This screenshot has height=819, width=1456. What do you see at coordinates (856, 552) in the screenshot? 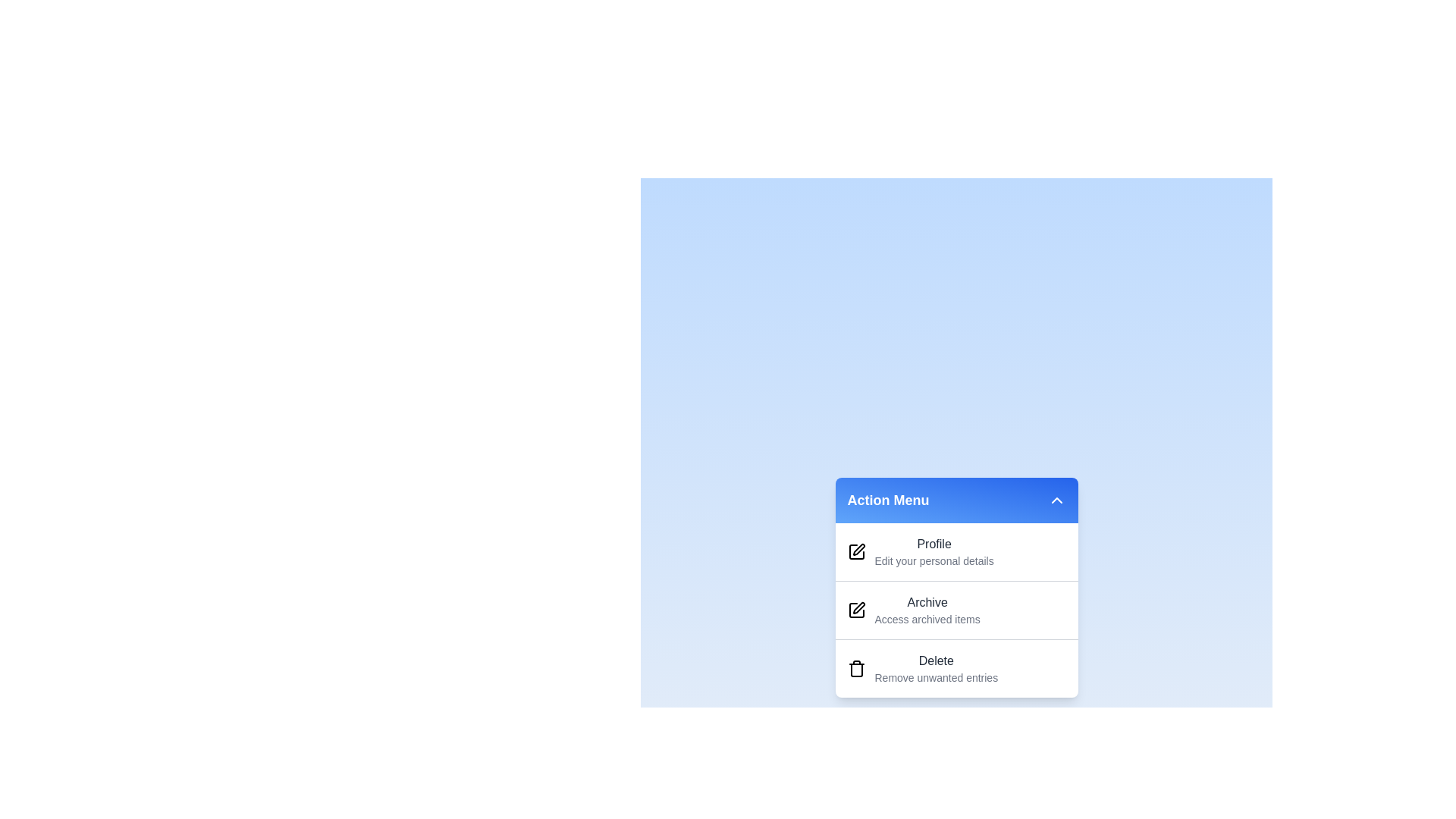
I see `the icon of the menu item labeled 'Profile'` at bounding box center [856, 552].